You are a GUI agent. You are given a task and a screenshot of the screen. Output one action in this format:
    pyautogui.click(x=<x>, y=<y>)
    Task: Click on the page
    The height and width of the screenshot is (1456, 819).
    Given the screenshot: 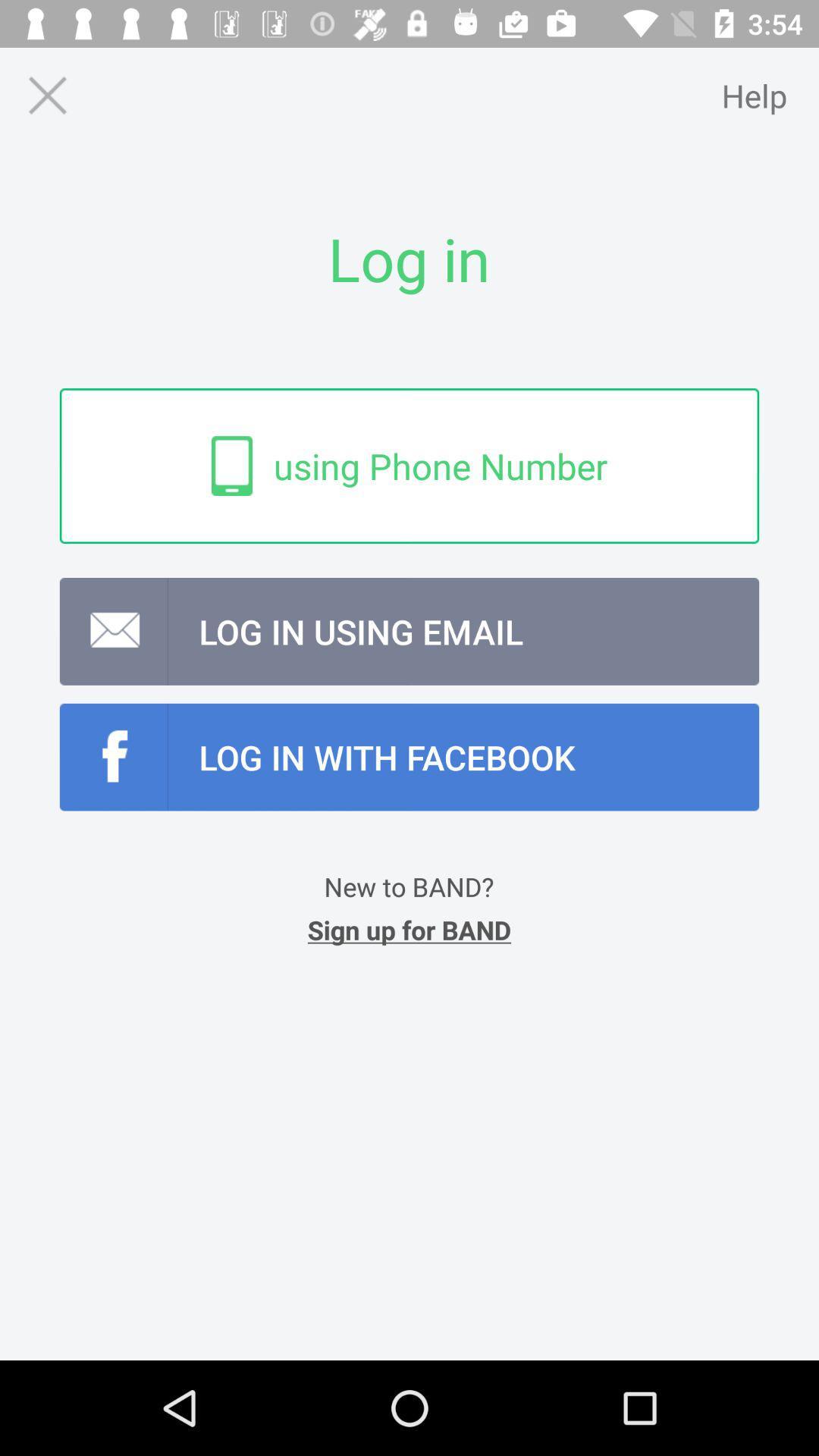 What is the action you would take?
    pyautogui.click(x=46, y=94)
    